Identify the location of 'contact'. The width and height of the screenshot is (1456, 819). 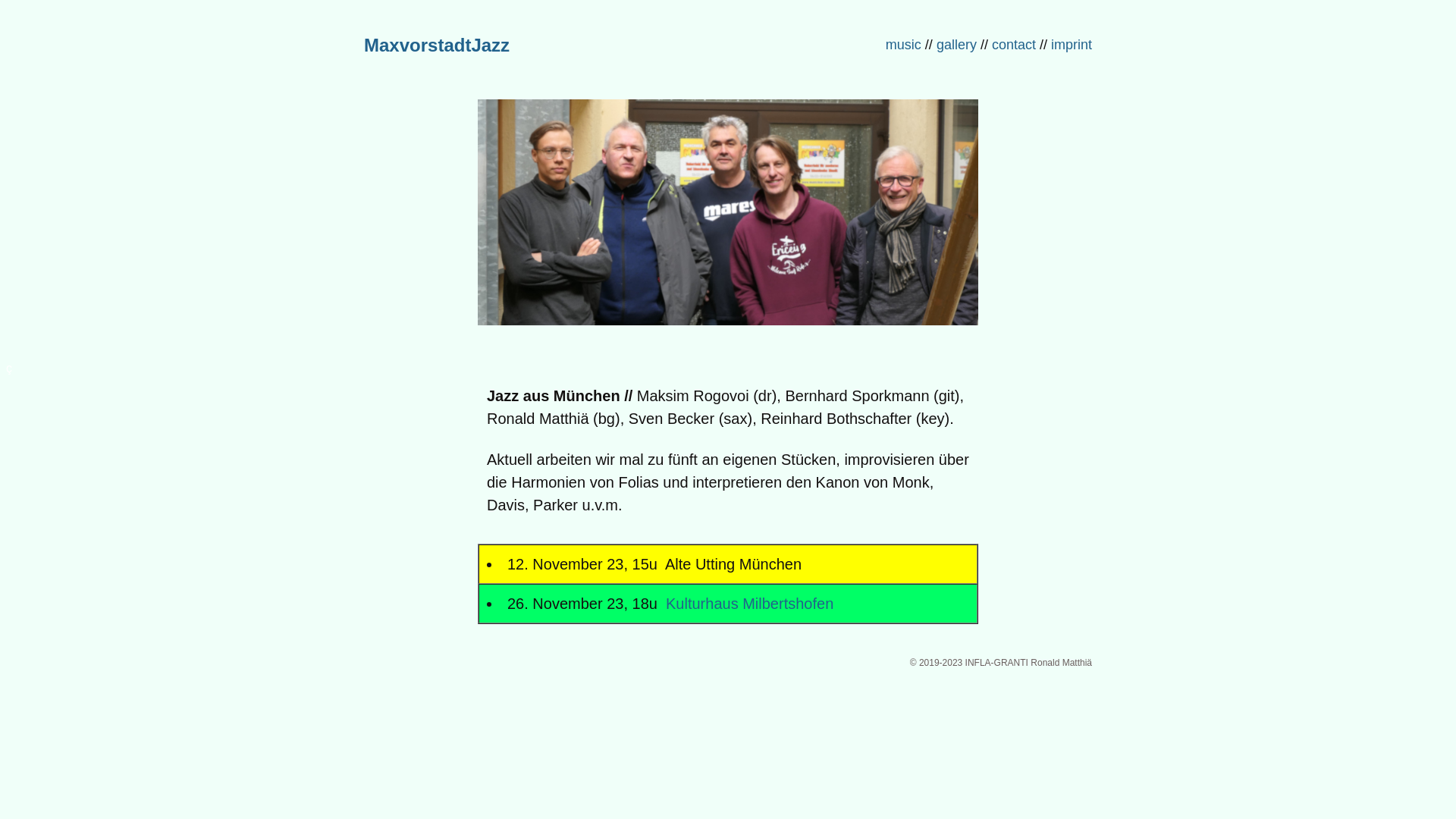
(1014, 43).